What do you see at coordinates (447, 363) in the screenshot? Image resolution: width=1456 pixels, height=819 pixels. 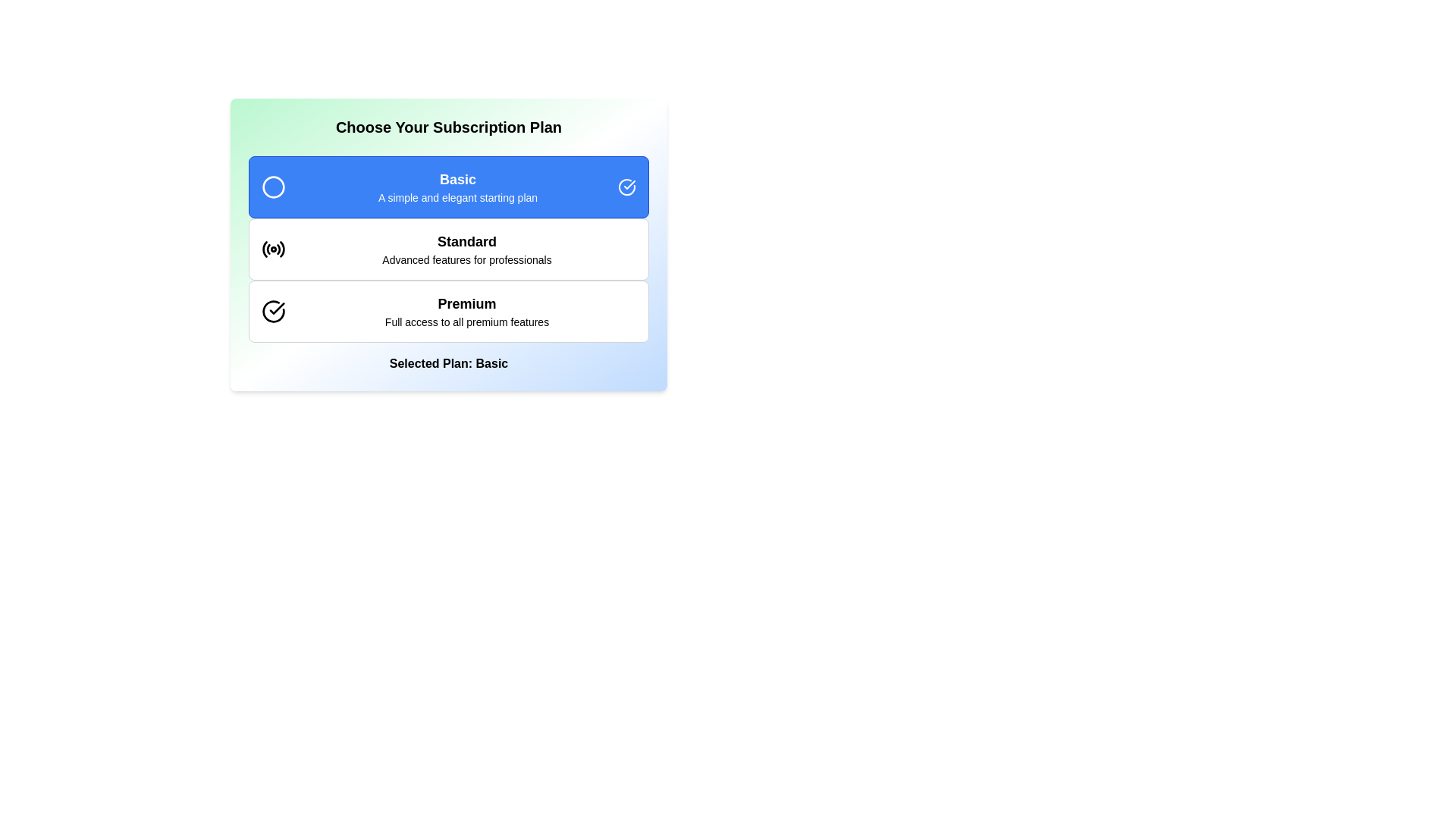 I see `the text label reading 'Selected Plan: Basic'` at bounding box center [447, 363].